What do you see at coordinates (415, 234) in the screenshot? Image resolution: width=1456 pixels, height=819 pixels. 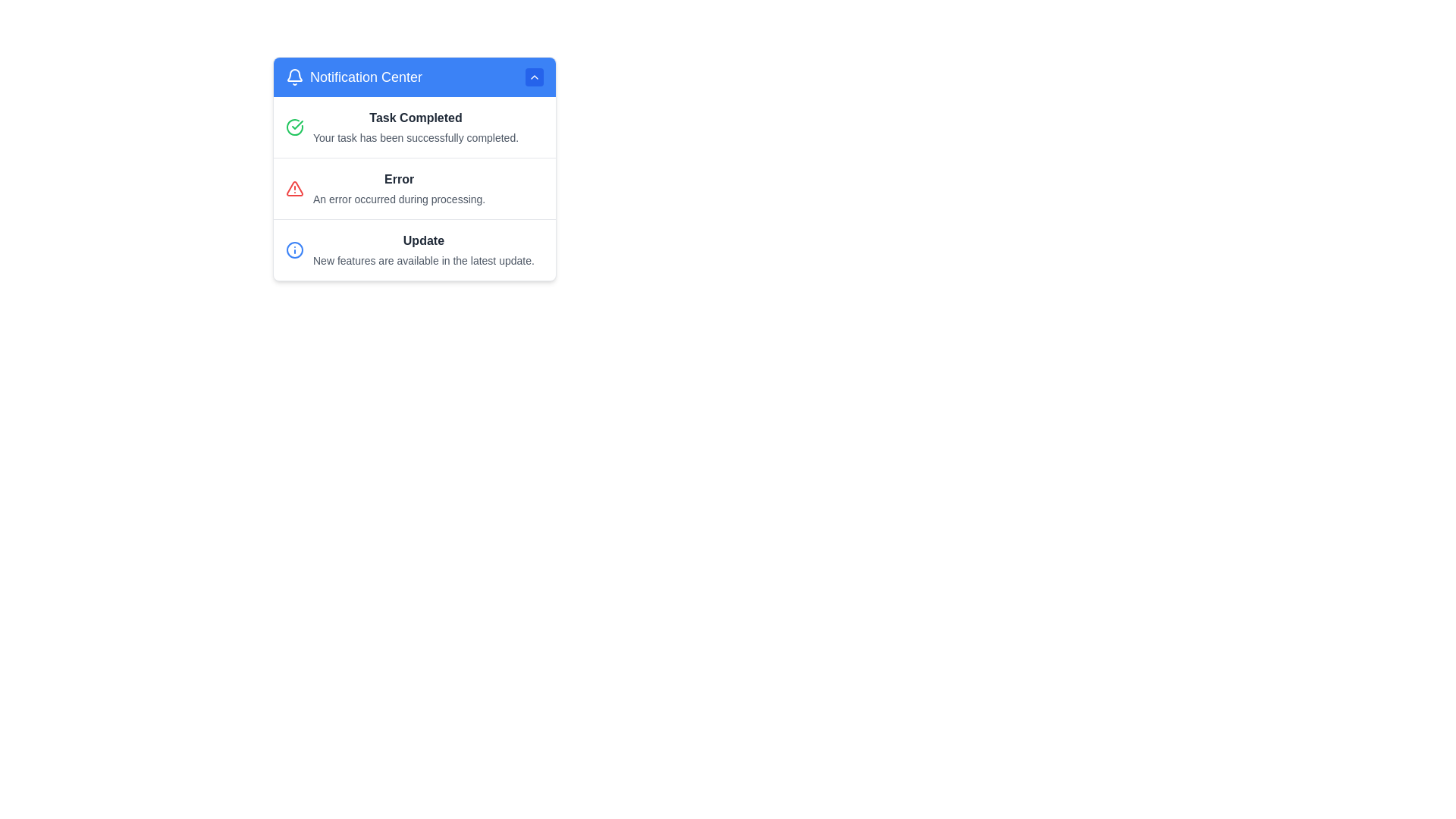 I see `individual notifications within the Notification Panel, which has a white background and rounded corners, located centrally in the interface with the title 'Notification Center' at the top` at bounding box center [415, 234].